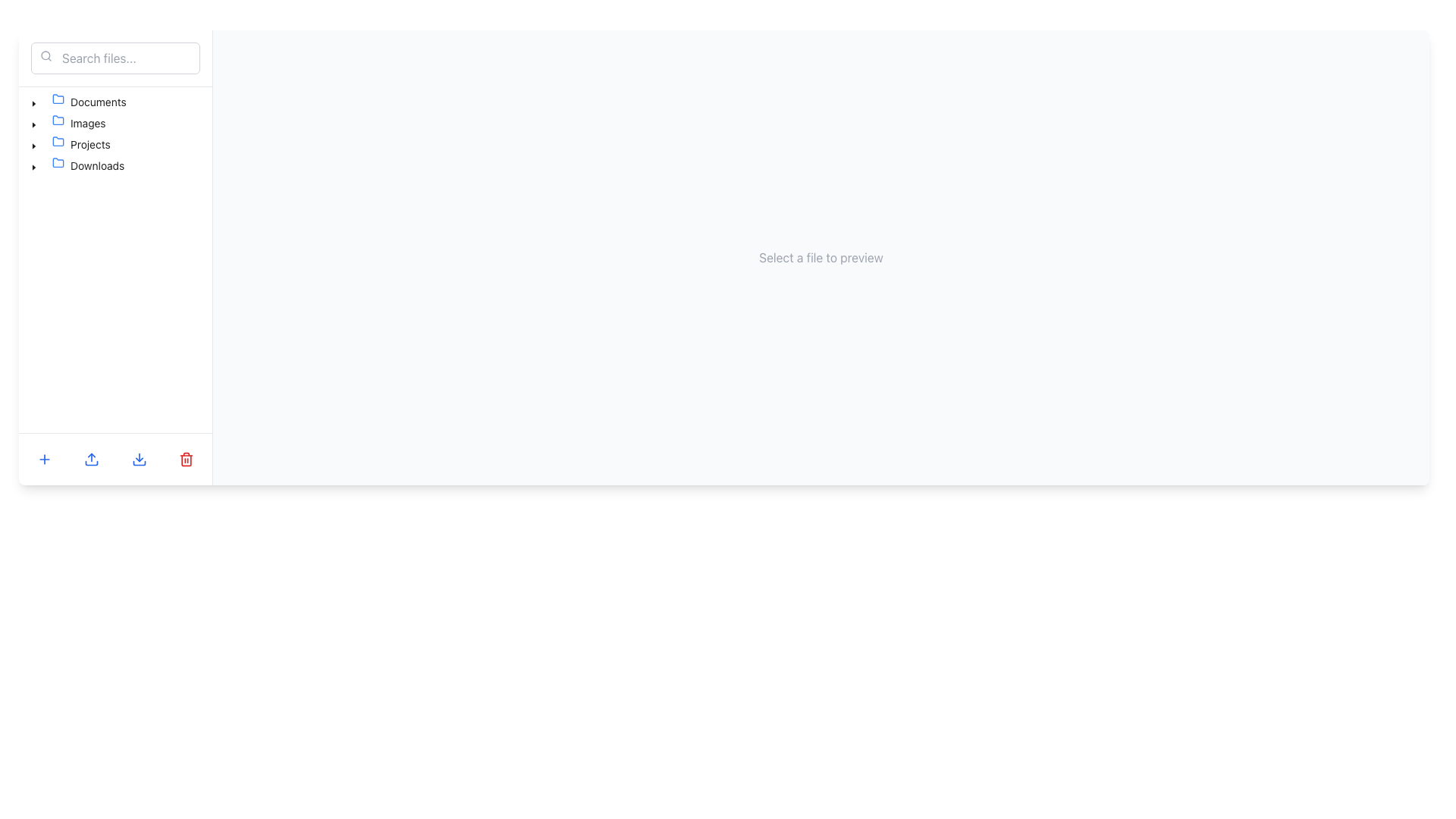 Image resolution: width=1456 pixels, height=819 pixels. Describe the element at coordinates (33, 146) in the screenshot. I see `the caret-down styled icon located in the left-hand navigation panel` at that location.